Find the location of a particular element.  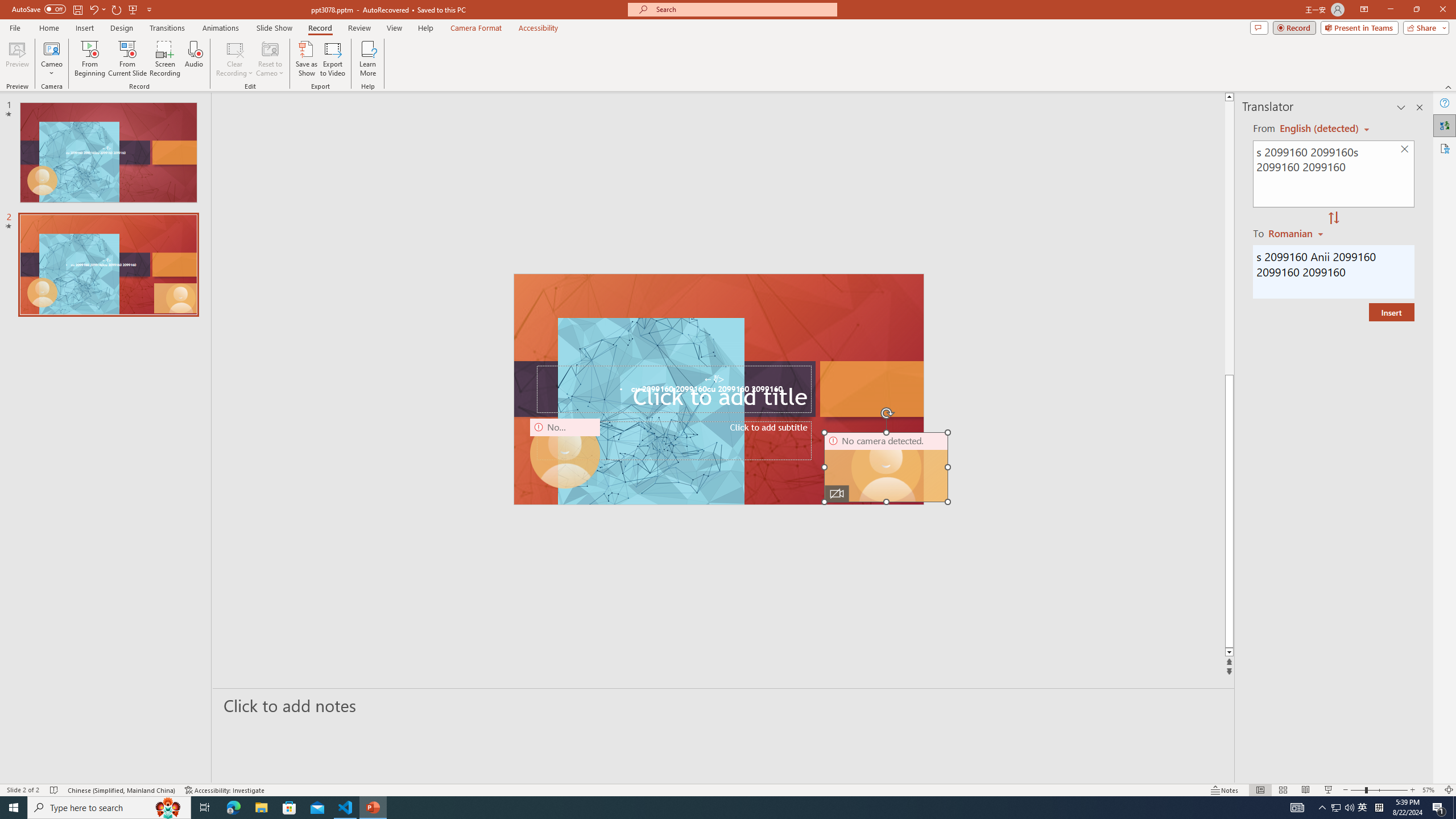

'Spell Check No Errors' is located at coordinates (54, 790).